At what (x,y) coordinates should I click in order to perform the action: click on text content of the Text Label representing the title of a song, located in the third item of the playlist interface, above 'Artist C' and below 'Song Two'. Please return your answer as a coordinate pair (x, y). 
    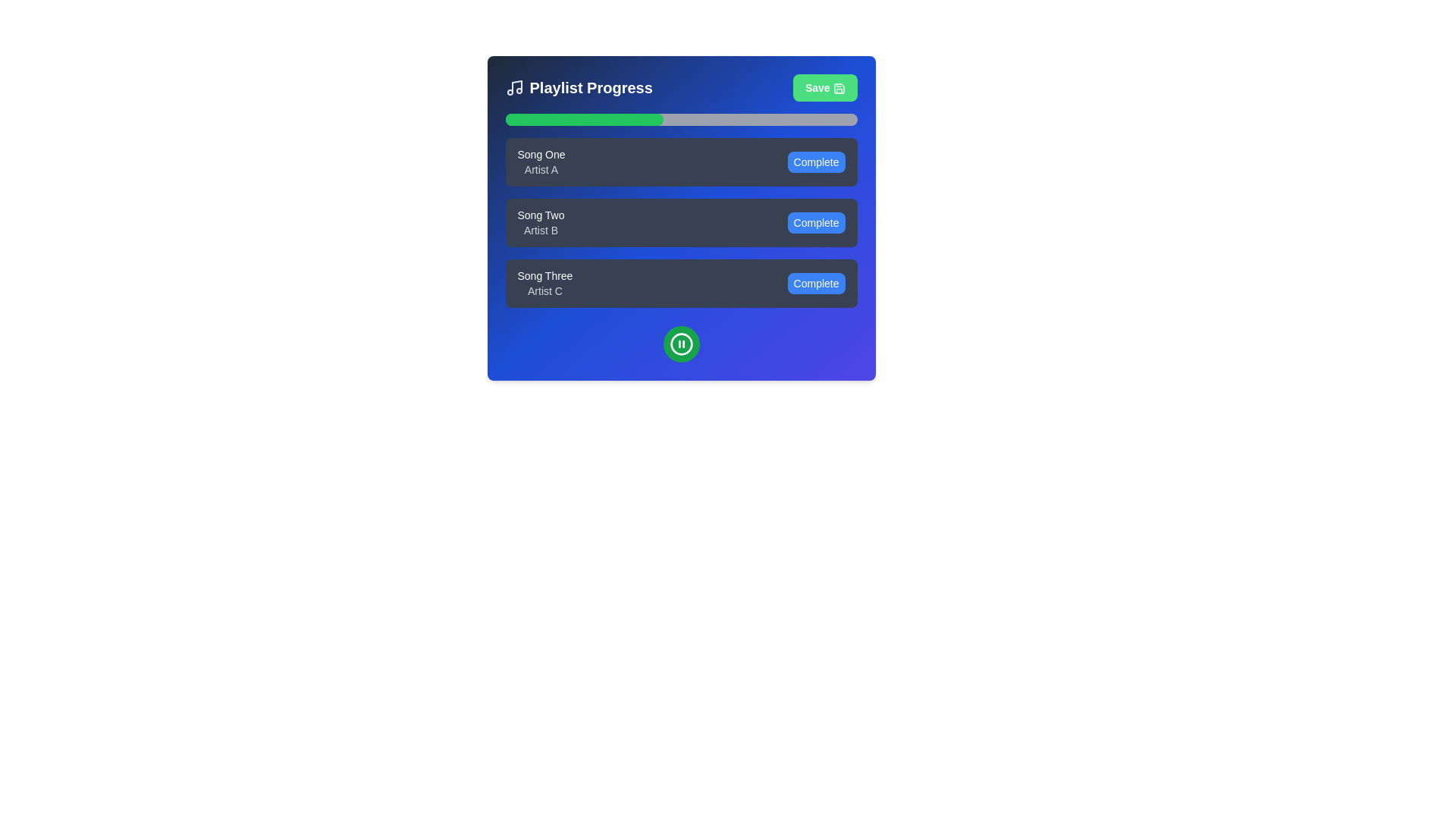
    Looking at the image, I should click on (545, 275).